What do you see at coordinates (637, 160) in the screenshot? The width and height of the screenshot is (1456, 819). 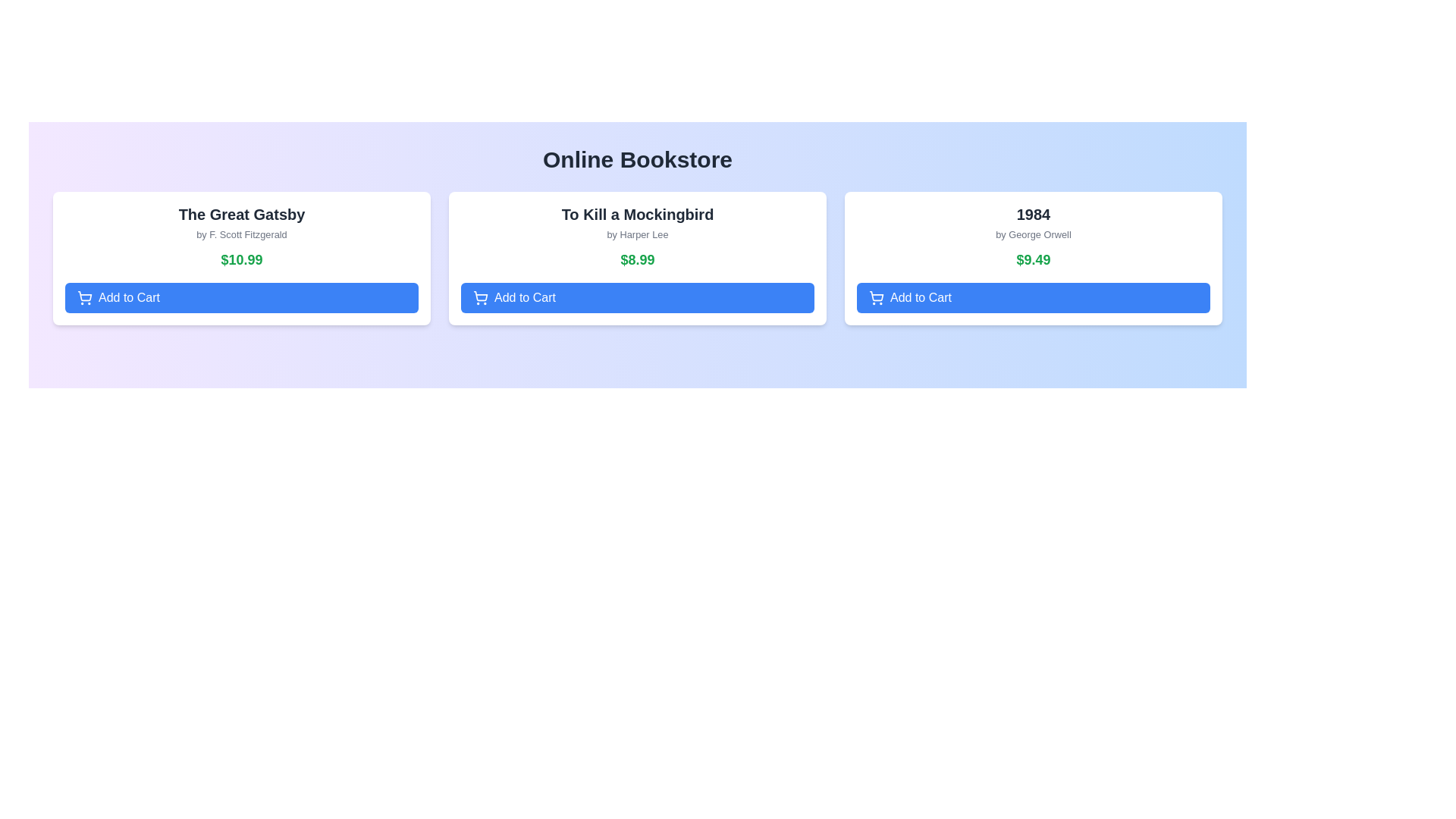 I see `text of the main heading located at the top-center of the webpage for the online bookstore` at bounding box center [637, 160].